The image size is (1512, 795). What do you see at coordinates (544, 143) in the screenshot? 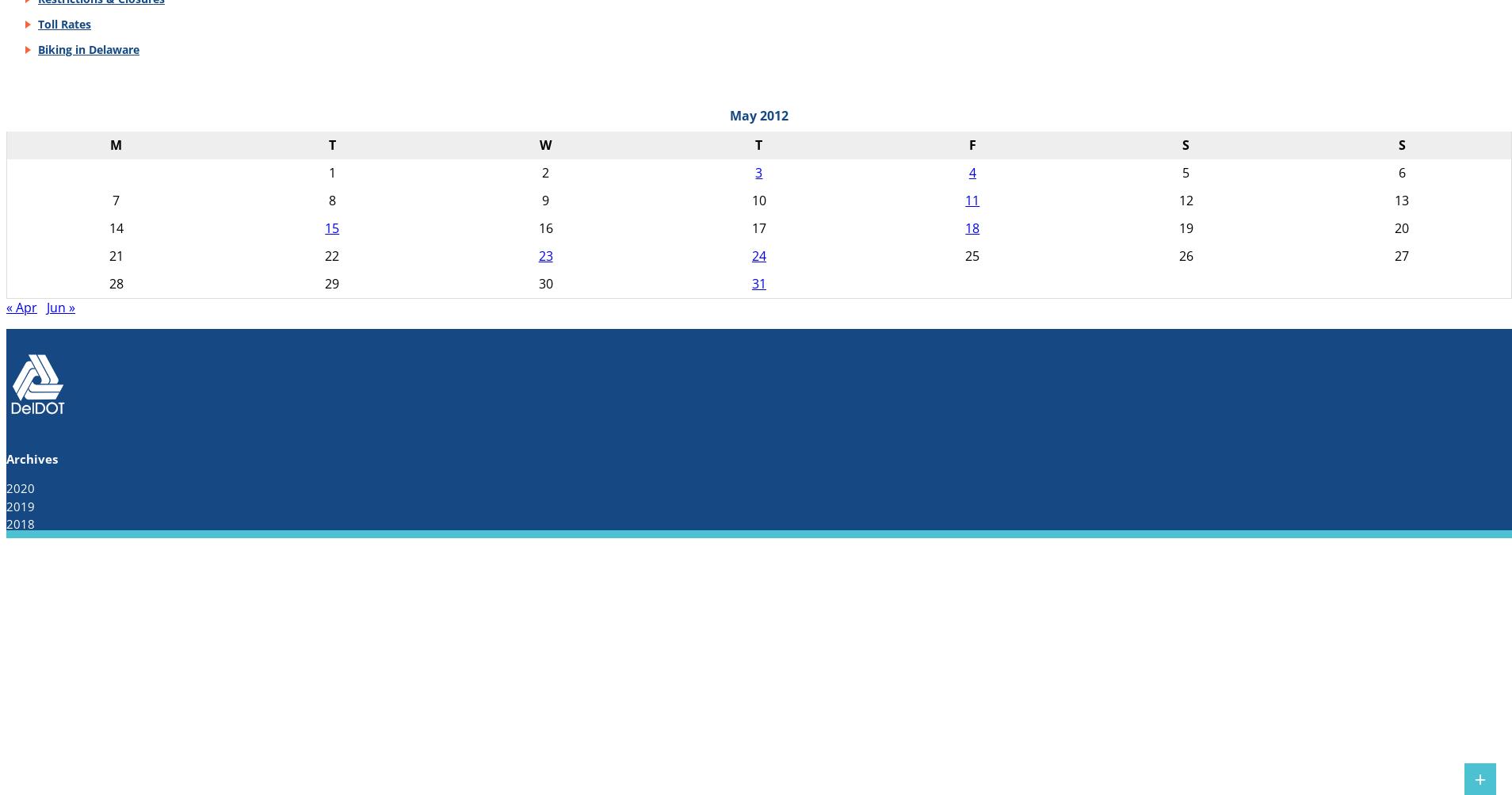
I see `'W'` at bounding box center [544, 143].